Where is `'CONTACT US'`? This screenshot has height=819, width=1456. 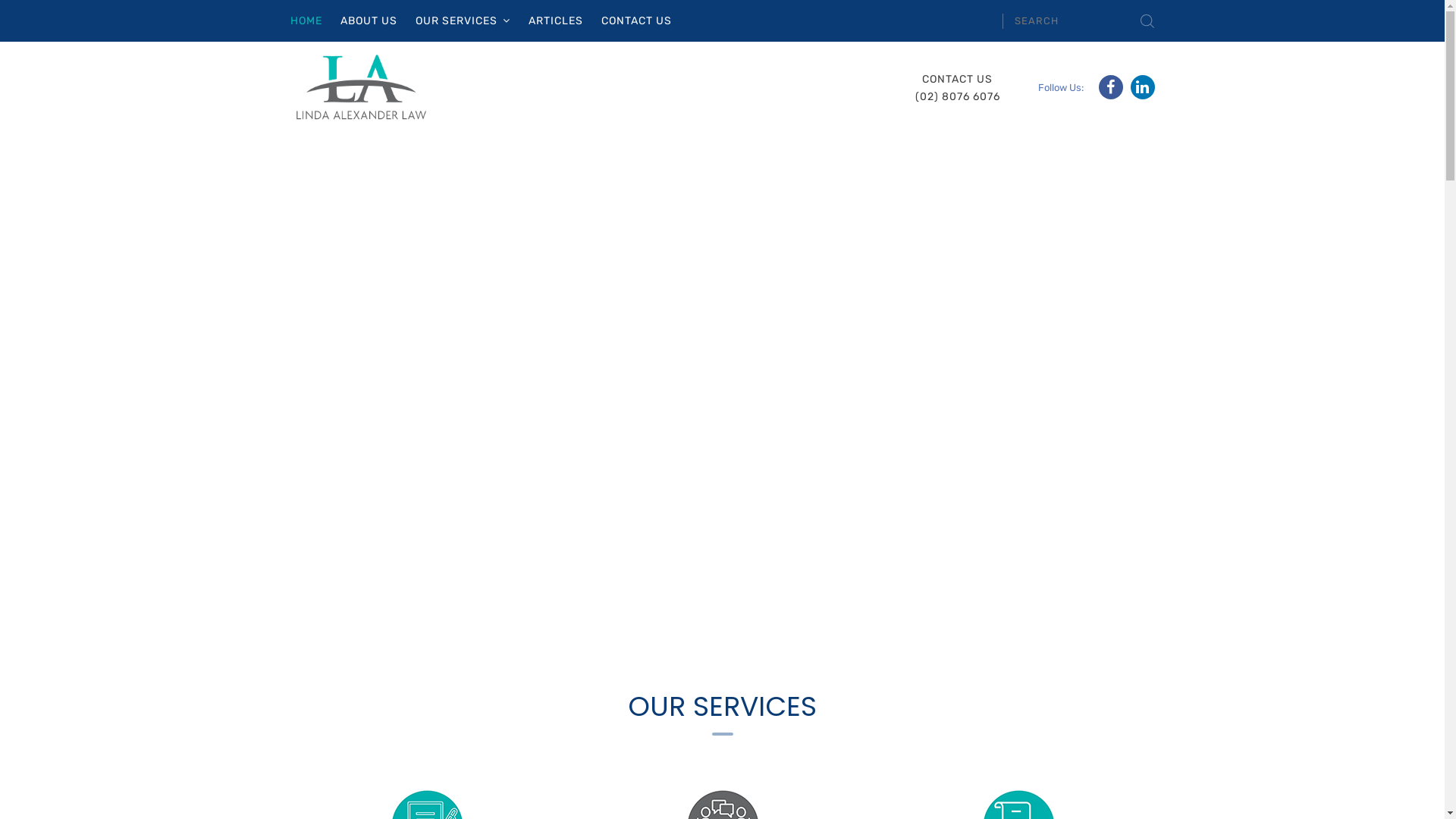 'CONTACT US' is located at coordinates (635, 20).